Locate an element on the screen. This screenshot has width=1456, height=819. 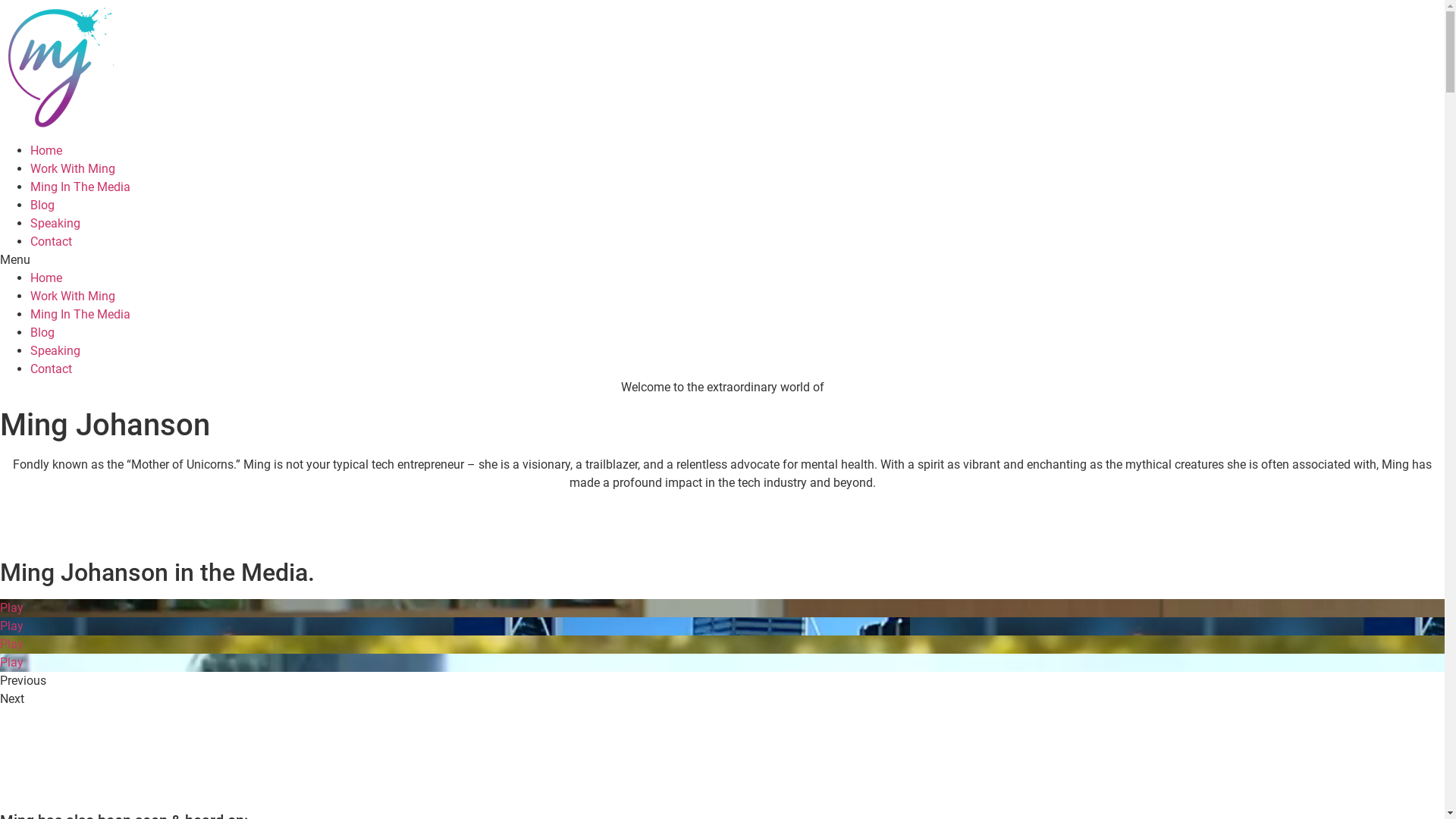
'Home' is located at coordinates (46, 150).